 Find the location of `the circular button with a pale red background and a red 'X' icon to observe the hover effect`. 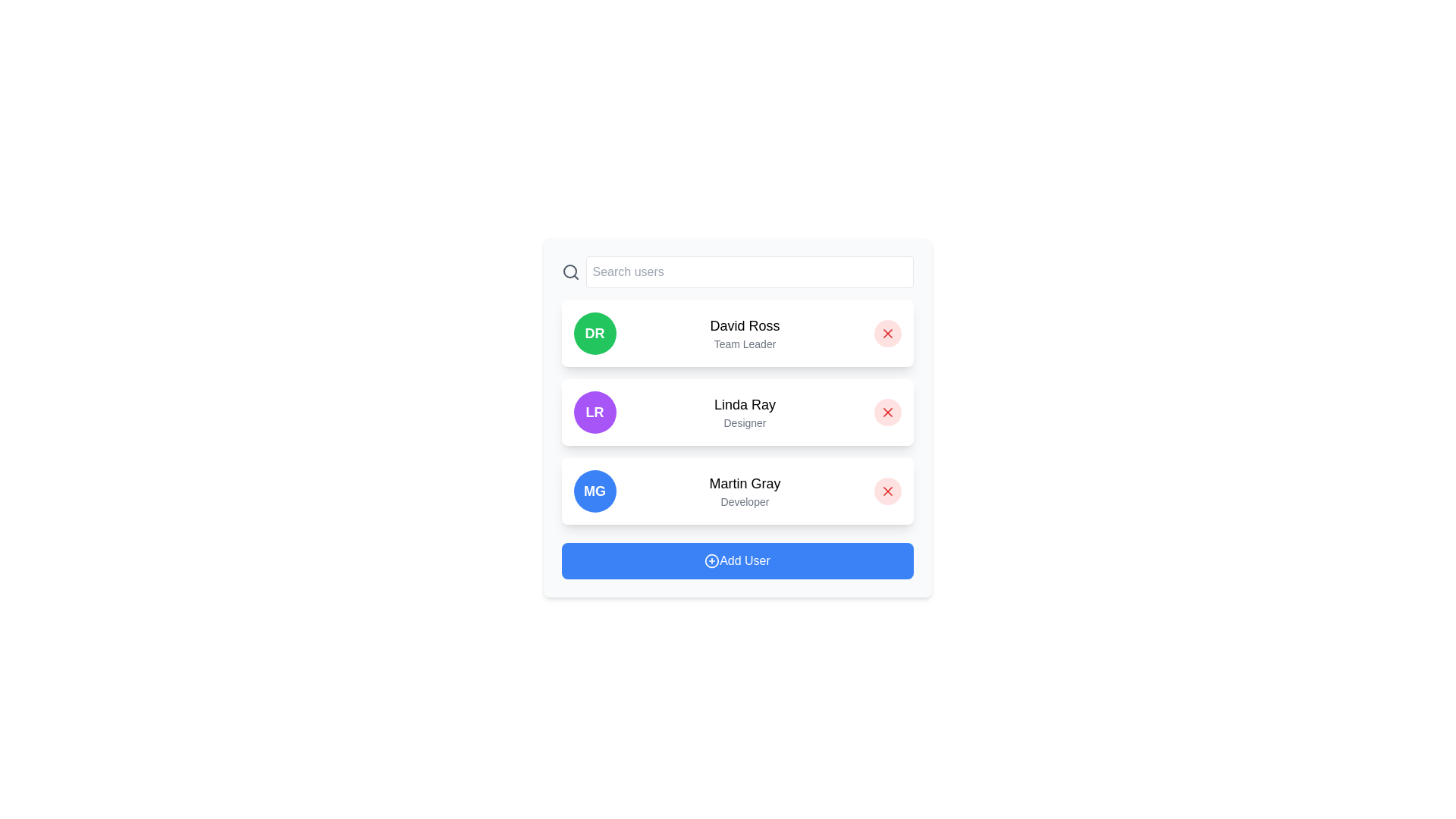

the circular button with a pale red background and a red 'X' icon to observe the hover effect is located at coordinates (887, 332).